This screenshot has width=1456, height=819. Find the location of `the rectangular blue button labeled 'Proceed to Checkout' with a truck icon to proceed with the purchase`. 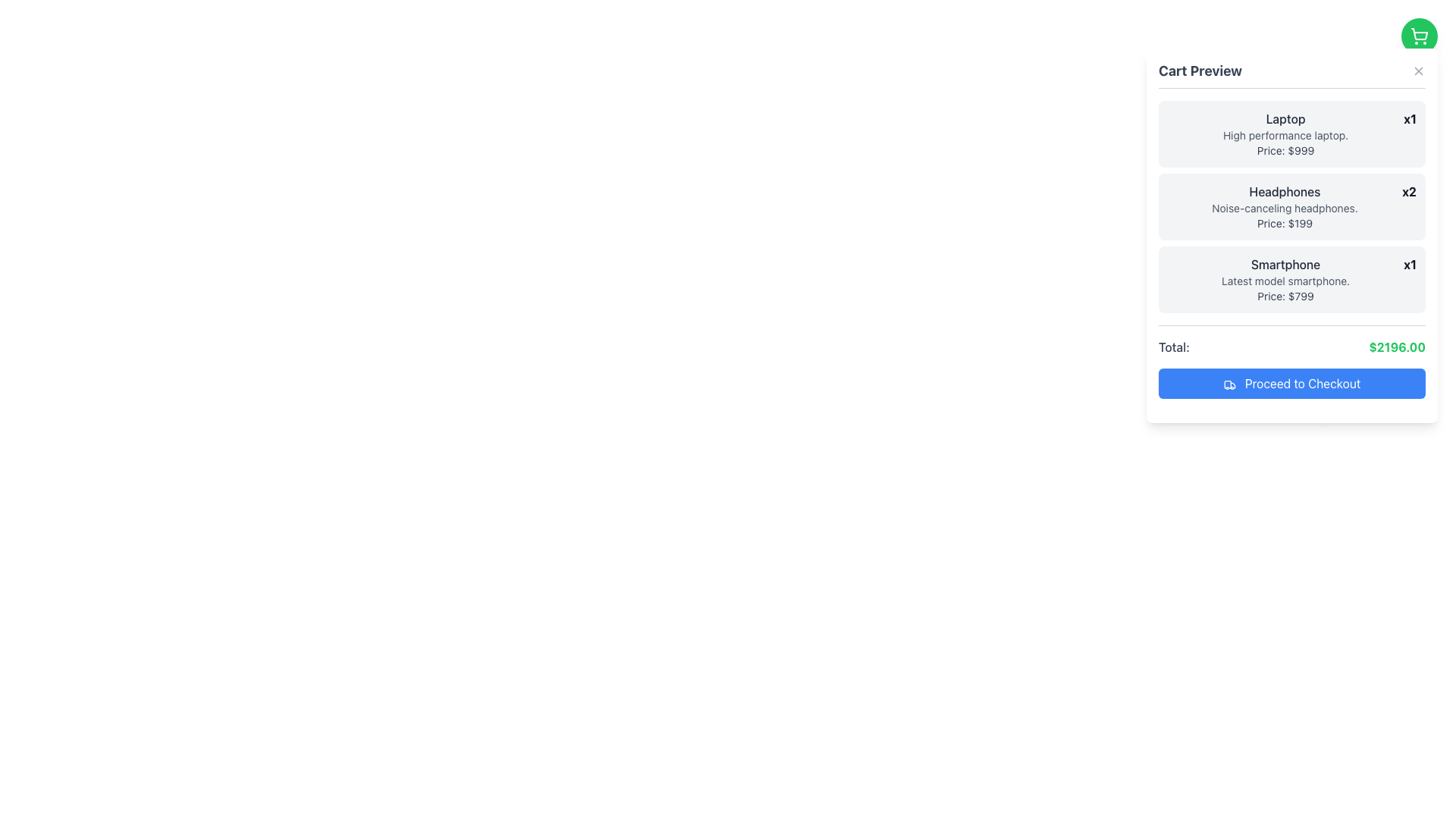

the rectangular blue button labeled 'Proceed to Checkout' with a truck icon to proceed with the purchase is located at coordinates (1291, 382).